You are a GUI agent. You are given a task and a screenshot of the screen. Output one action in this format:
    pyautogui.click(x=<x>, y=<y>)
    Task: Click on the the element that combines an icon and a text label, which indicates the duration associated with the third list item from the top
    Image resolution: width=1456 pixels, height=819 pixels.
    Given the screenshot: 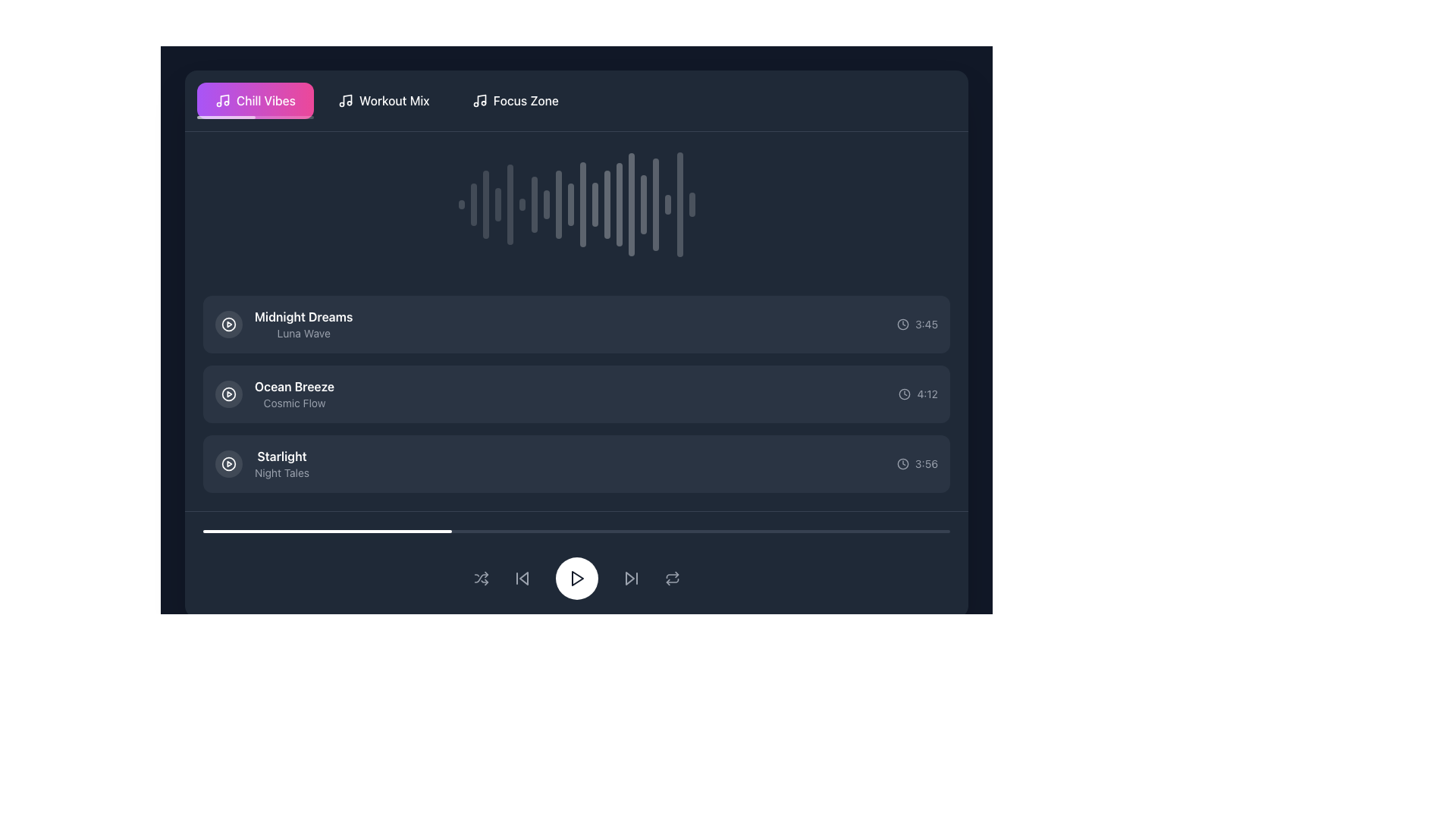 What is the action you would take?
    pyautogui.click(x=916, y=463)
    